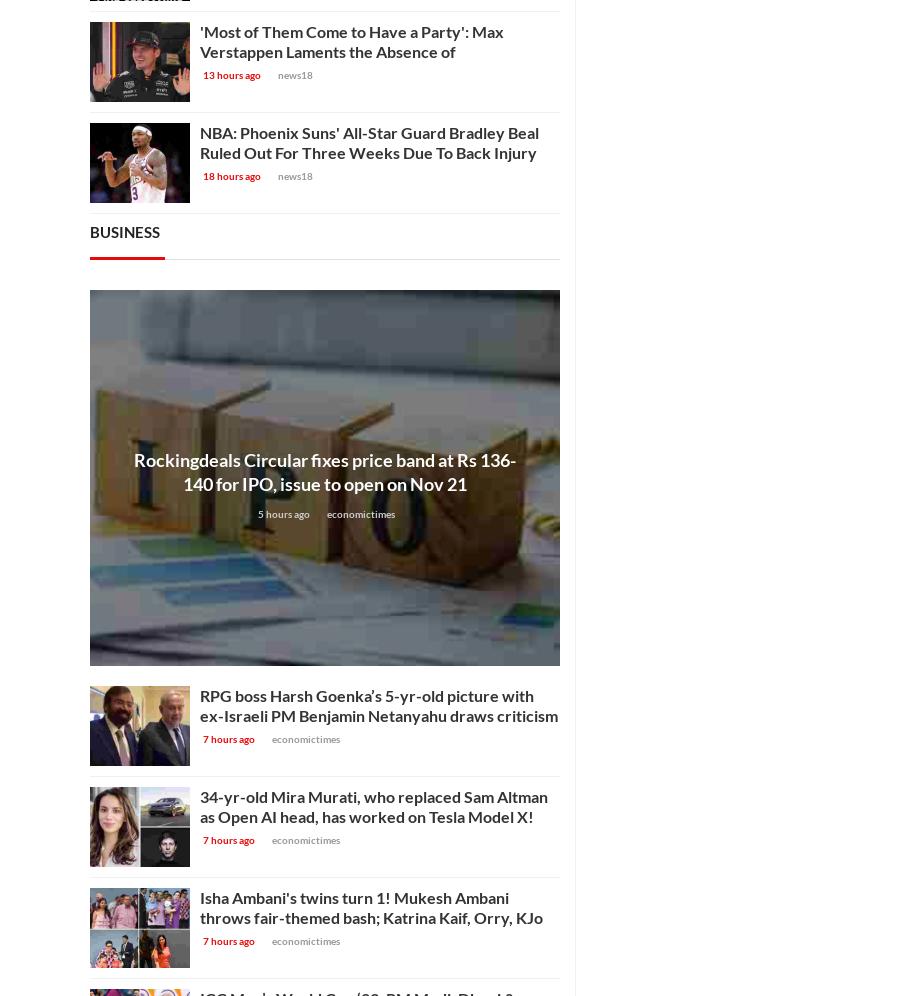 This screenshot has width=900, height=996. What do you see at coordinates (351, 50) in the screenshot?
I see `''Most of Them Come to Have a Party': Max Verstappen Laments the Absence of Knowledgeable Racing Fans in Las Vegas'` at bounding box center [351, 50].